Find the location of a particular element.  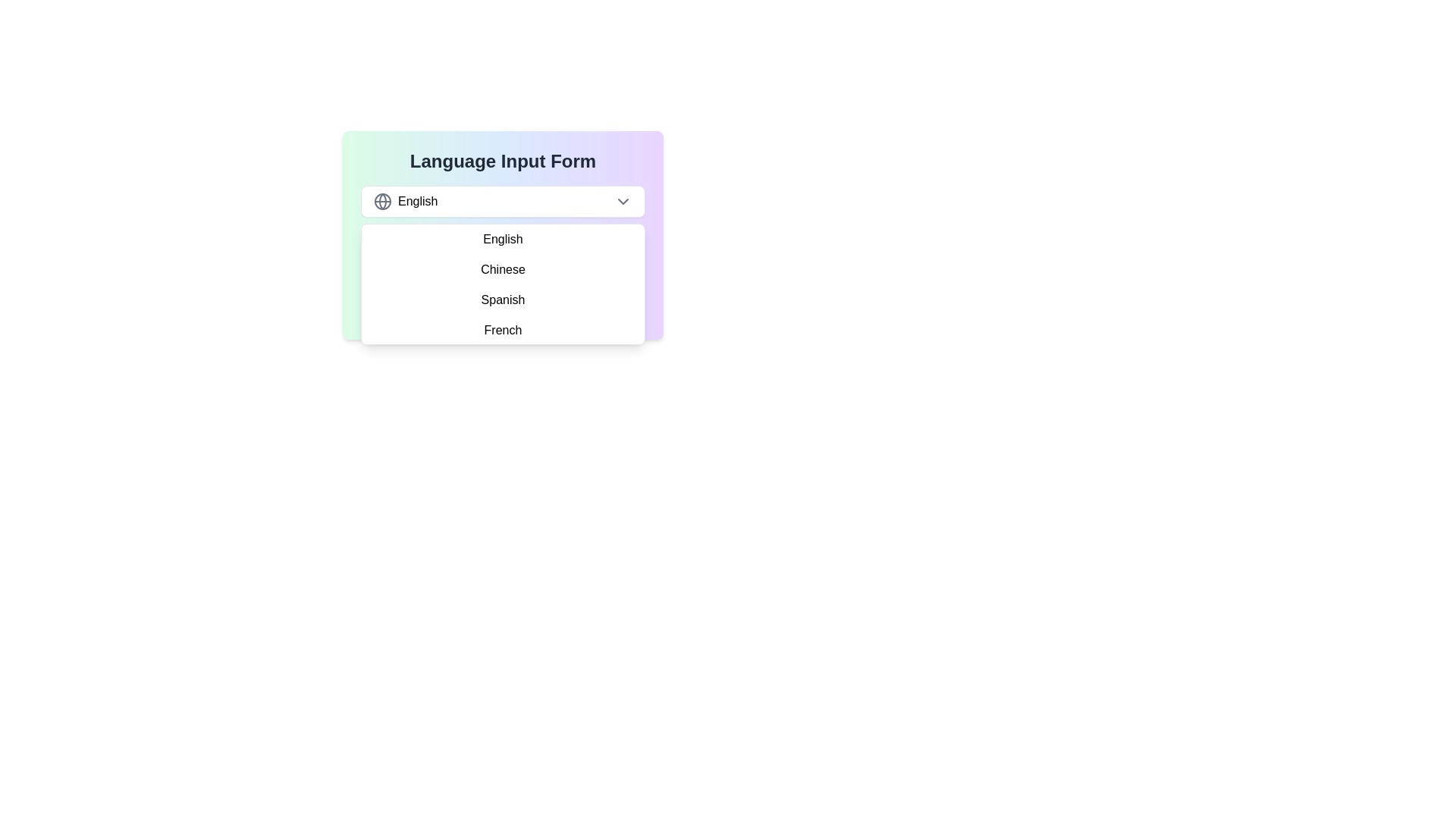

the 'French' option in the dropdown menu, which is the fourth item in the list beneath 'Spanish' is located at coordinates (503, 329).